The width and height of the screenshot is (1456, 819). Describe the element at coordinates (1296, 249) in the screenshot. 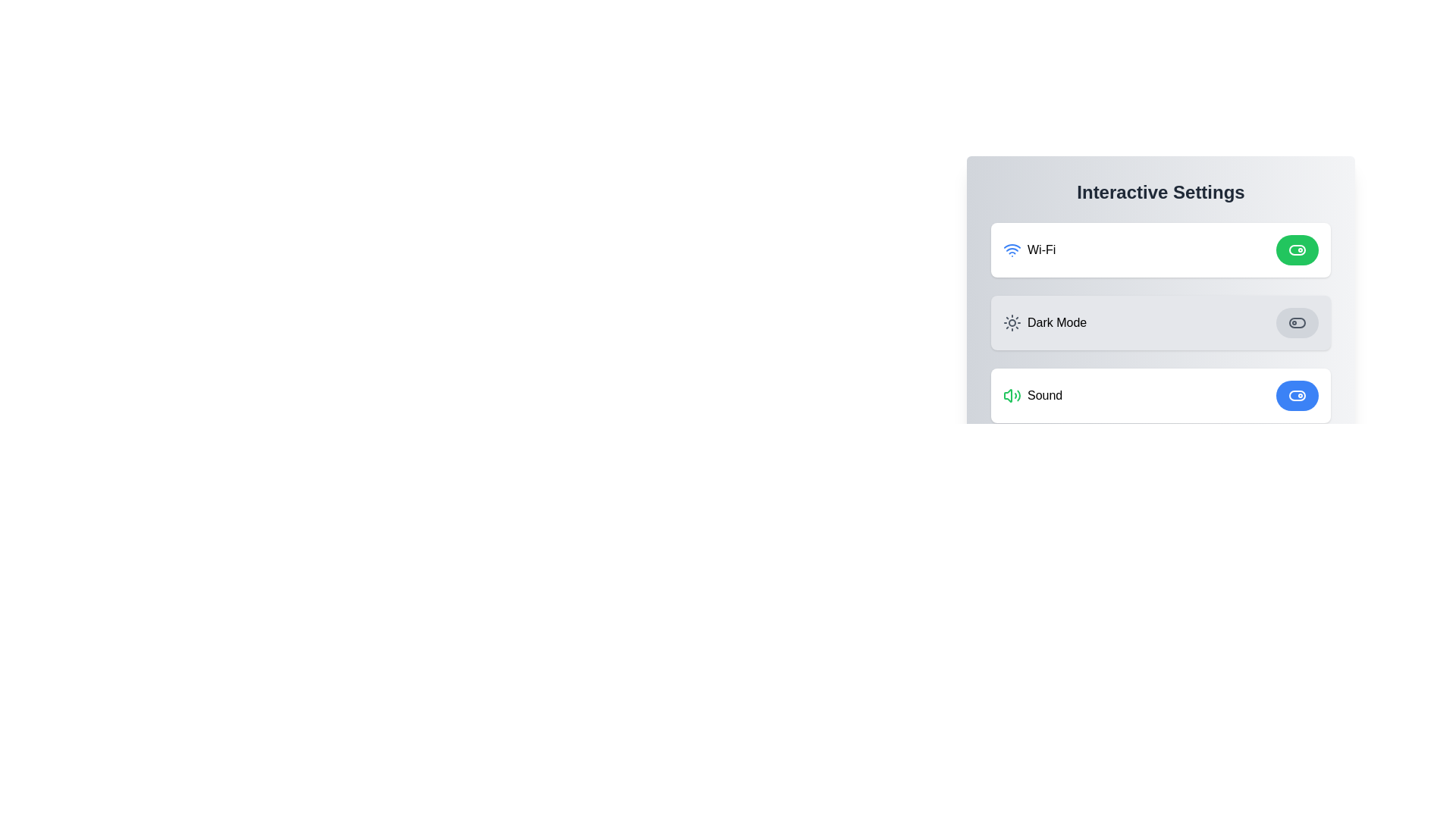

I see `the toggle switch control for the Wi-Fi option to change its state between enabled and disabled` at that location.